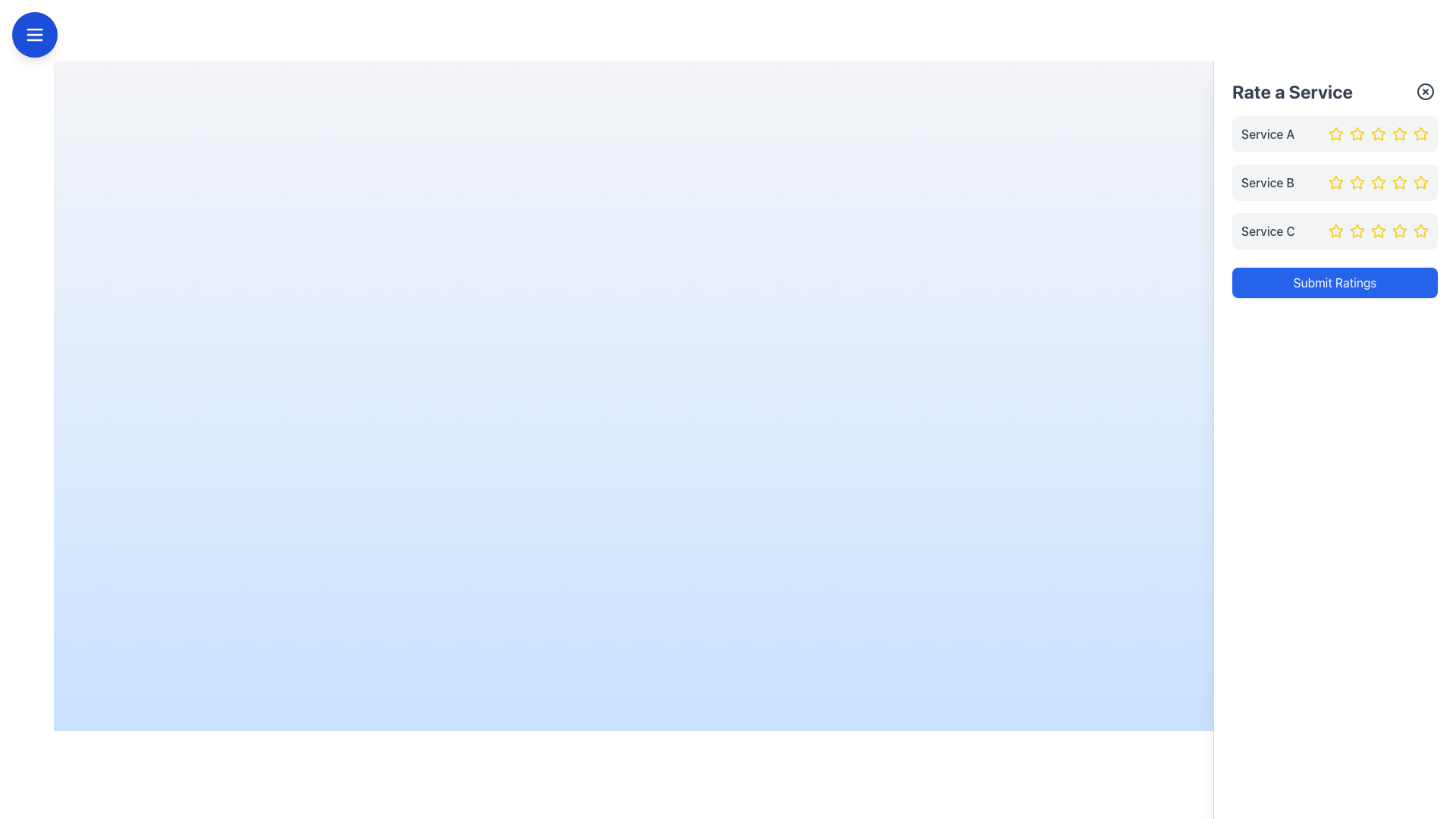  Describe the element at coordinates (1420, 133) in the screenshot. I see `the rightmost yellow star-shaped Rating Star Icon in the star rating system for 'Service A'` at that location.